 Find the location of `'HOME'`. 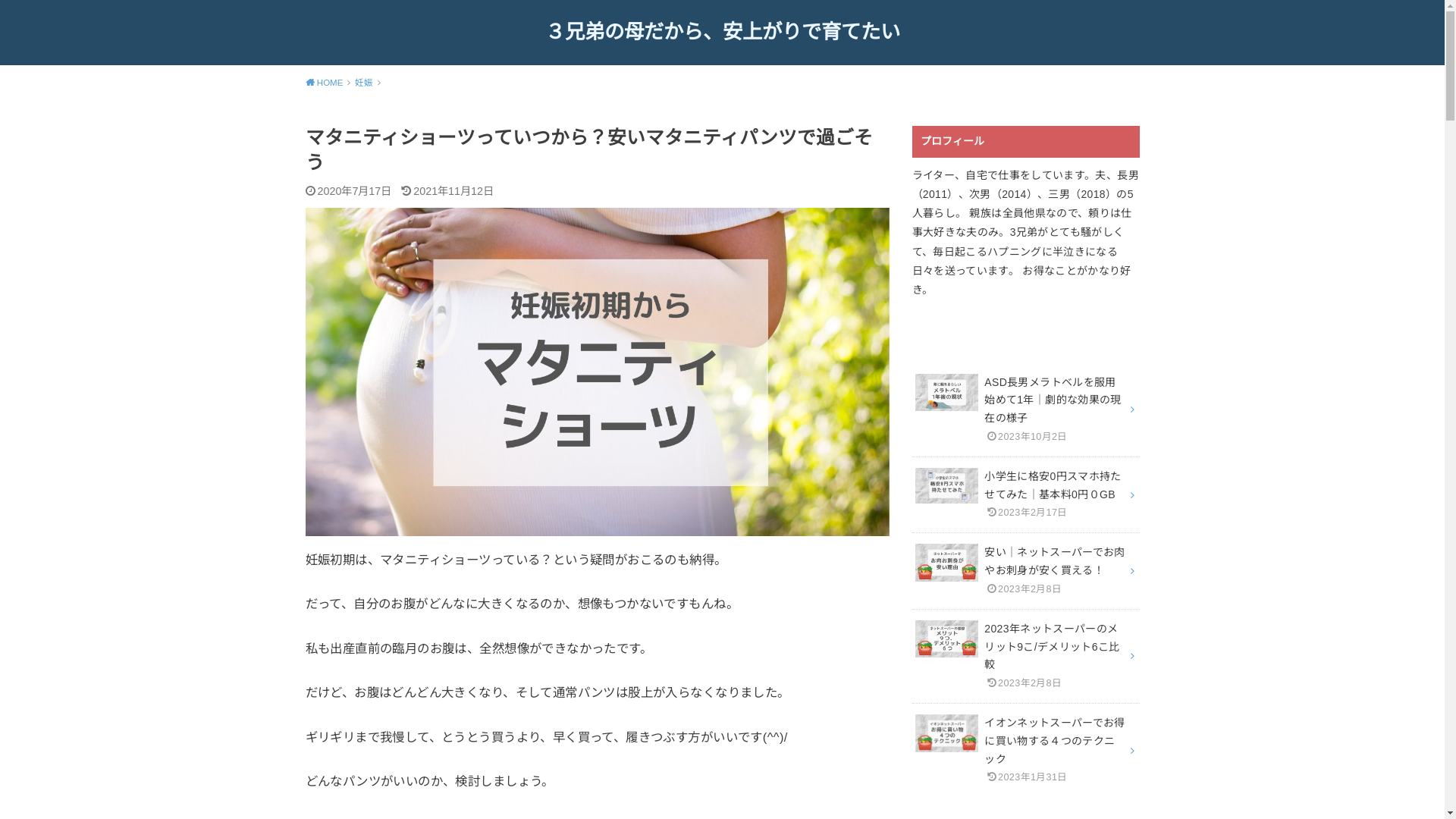

'HOME' is located at coordinates (327, 82).